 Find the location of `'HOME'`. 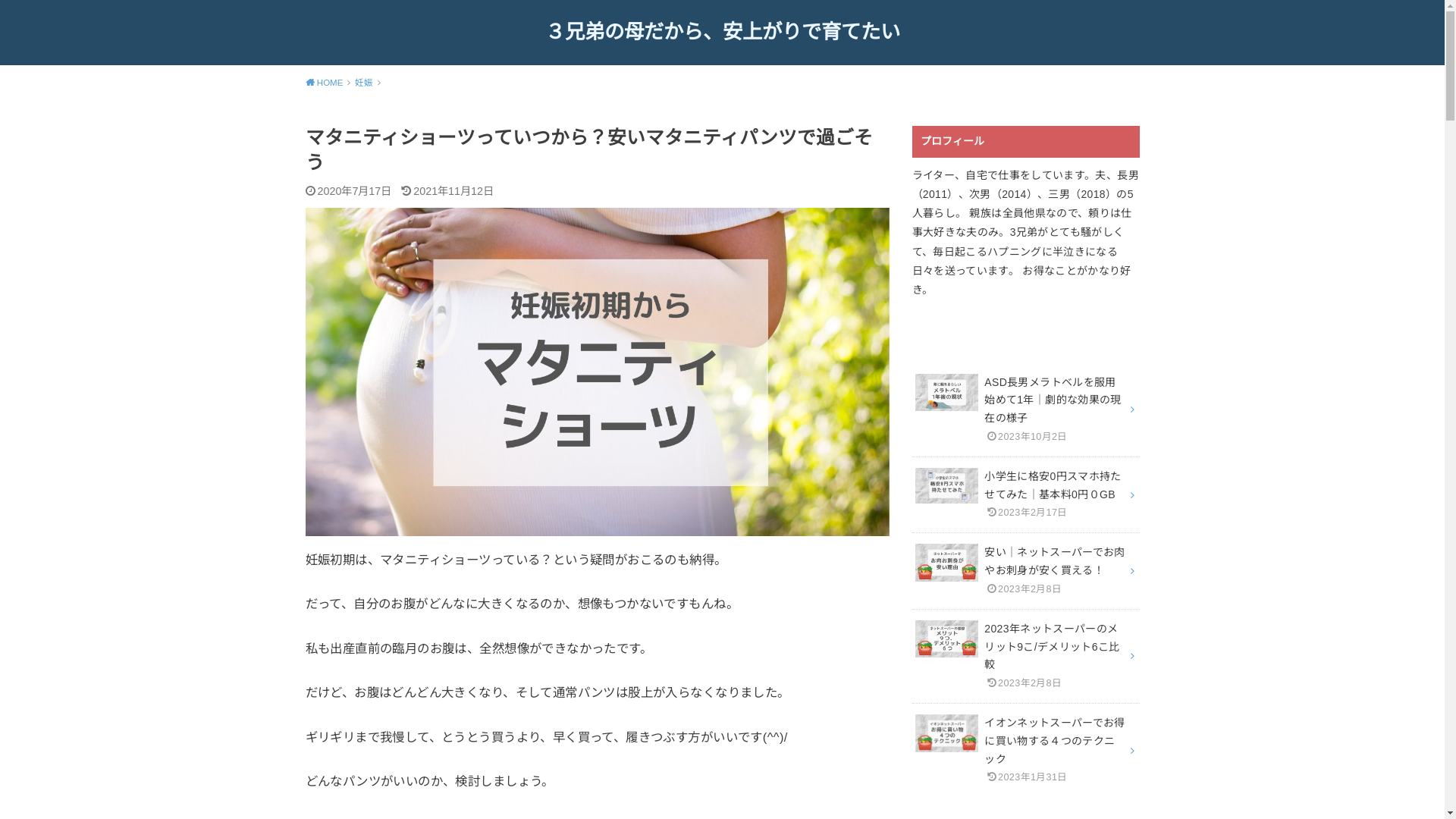

'HOME' is located at coordinates (327, 82).